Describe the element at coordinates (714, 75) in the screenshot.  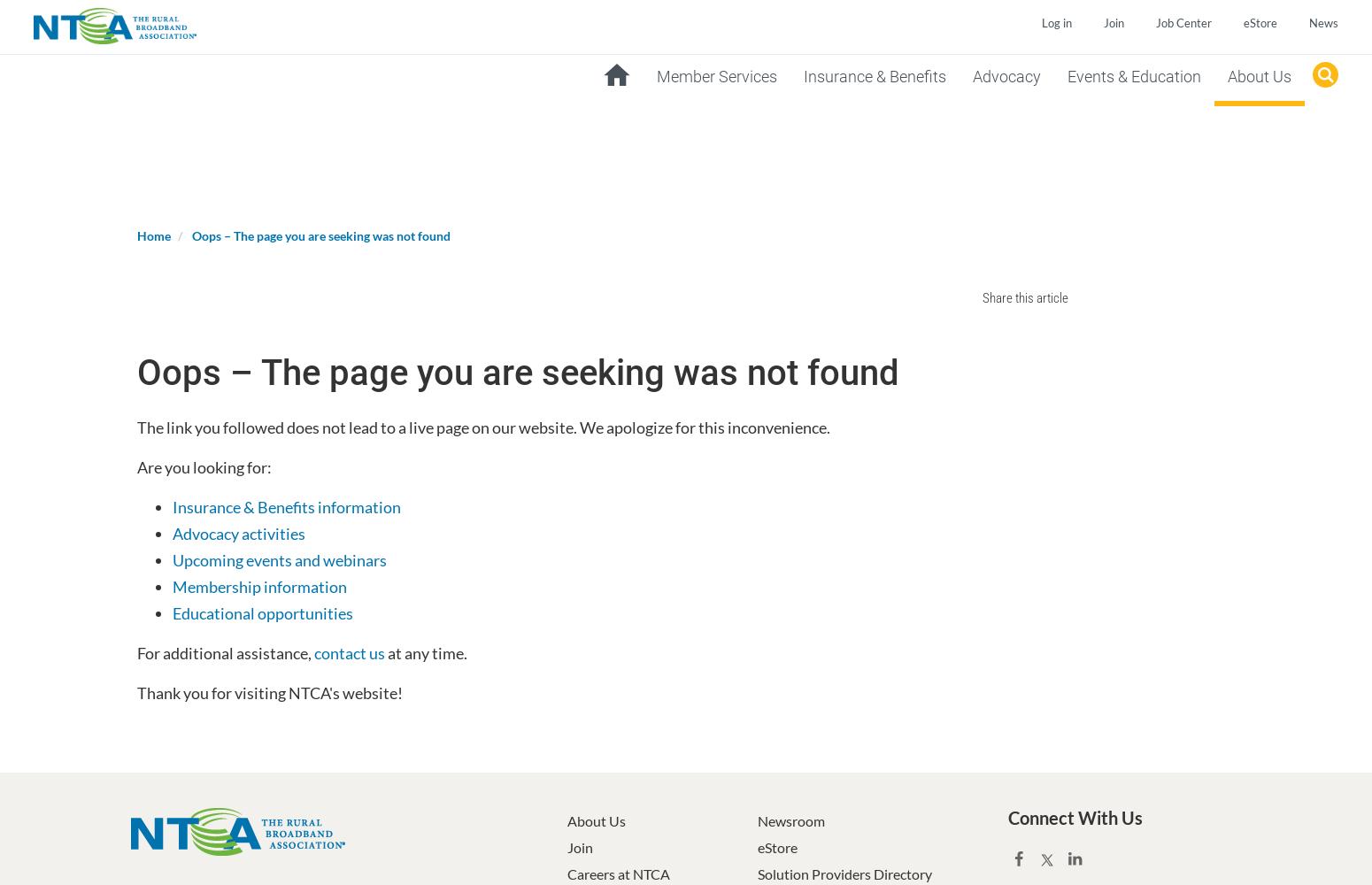
I see `'Member Services'` at that location.